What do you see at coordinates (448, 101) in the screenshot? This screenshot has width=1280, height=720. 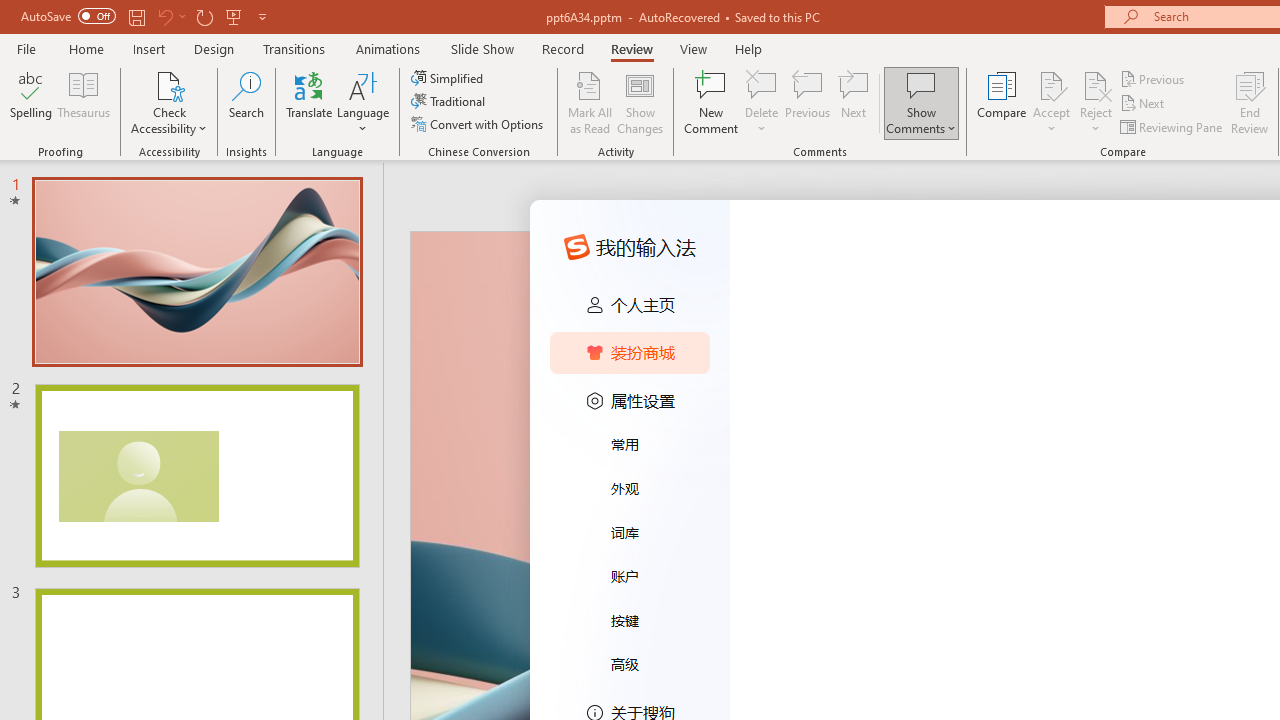 I see `'Traditional'` at bounding box center [448, 101].